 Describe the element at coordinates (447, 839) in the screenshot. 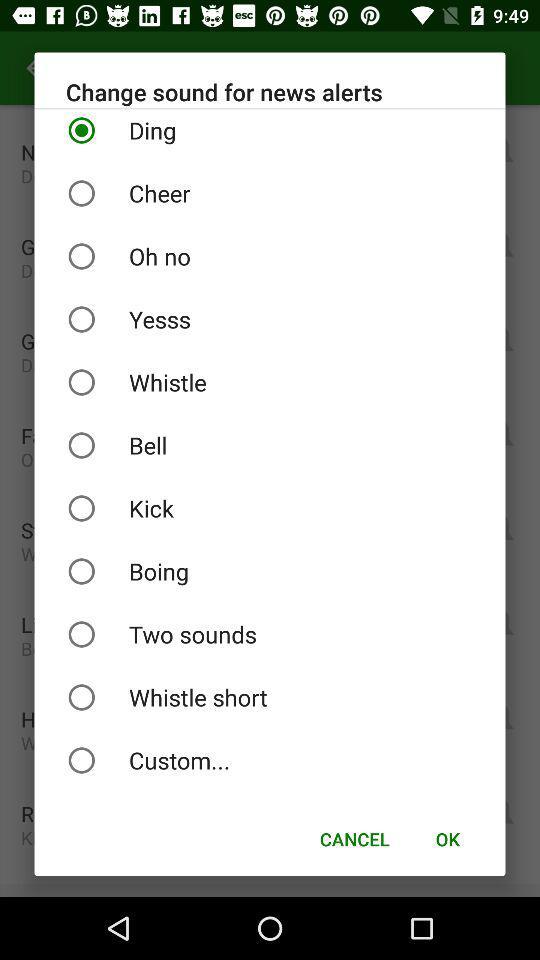

I see `the icon next to cancel item` at that location.